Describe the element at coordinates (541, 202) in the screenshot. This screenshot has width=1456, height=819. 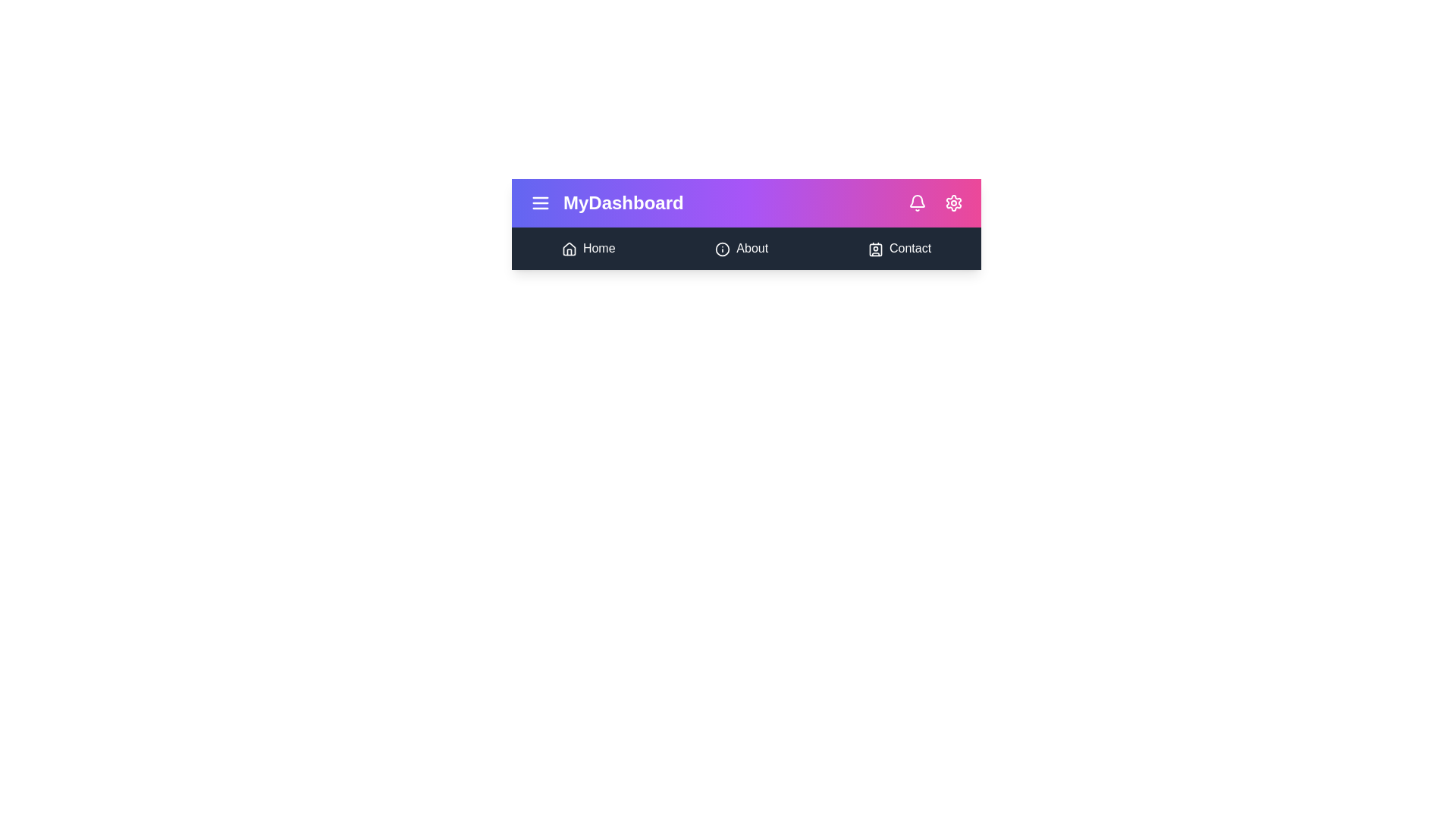
I see `the menu icon to toggle the menu visibility` at that location.